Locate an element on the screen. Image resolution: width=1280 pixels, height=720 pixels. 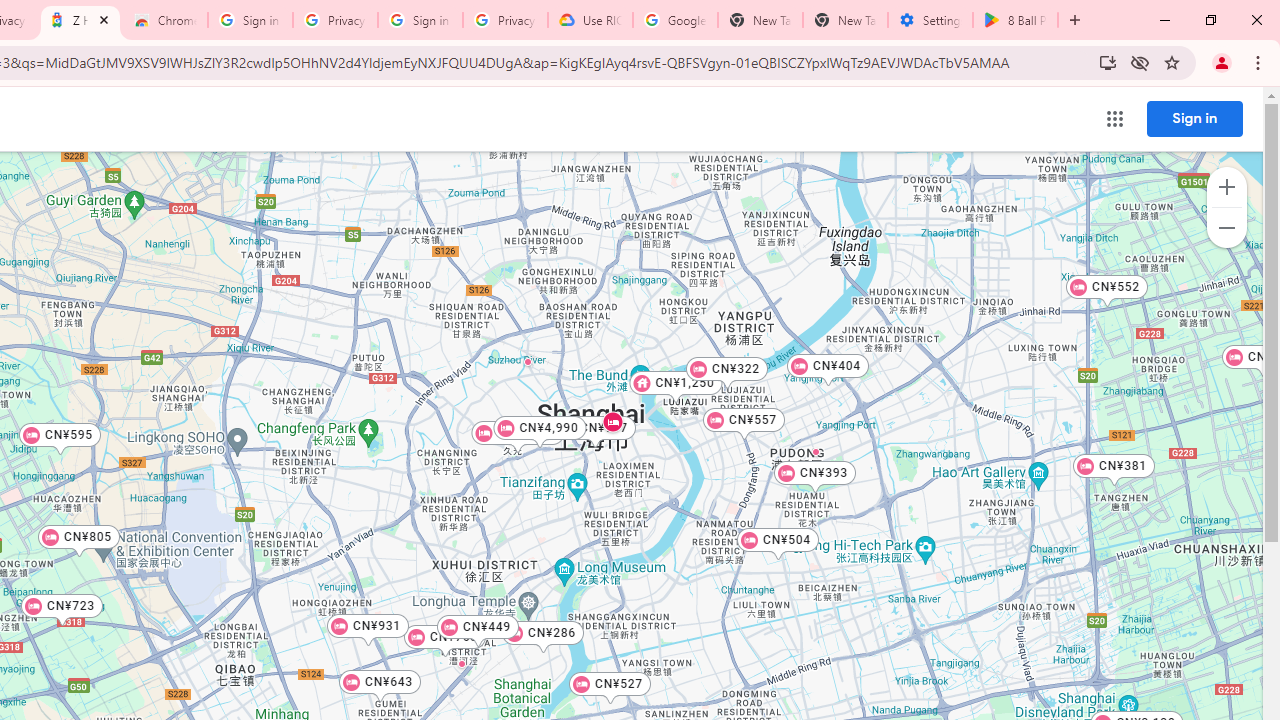
'Z Hotel - Google hotels' is located at coordinates (80, 20).